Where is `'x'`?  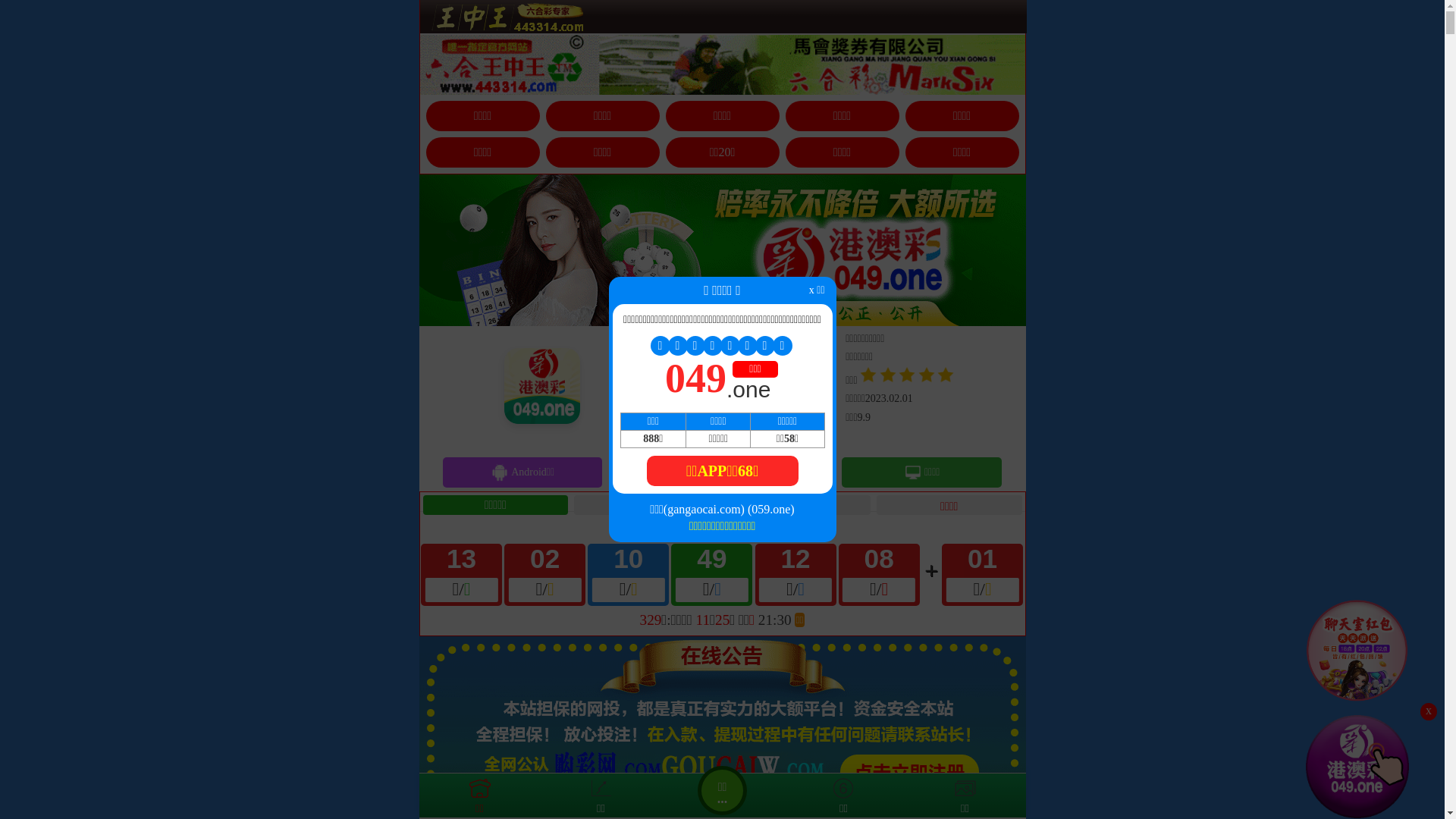
'x' is located at coordinates (1427, 711).